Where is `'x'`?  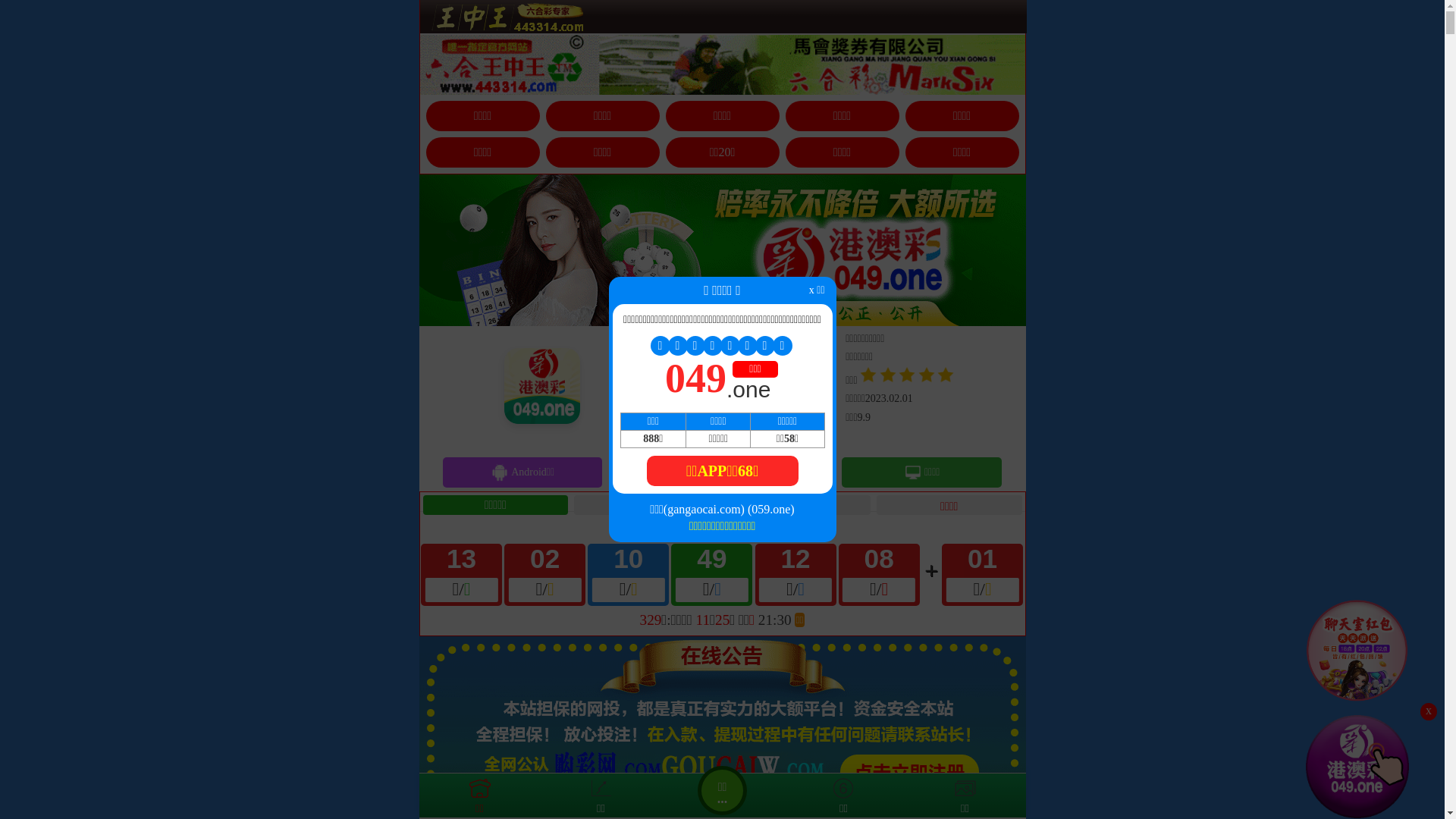
'x' is located at coordinates (1427, 711).